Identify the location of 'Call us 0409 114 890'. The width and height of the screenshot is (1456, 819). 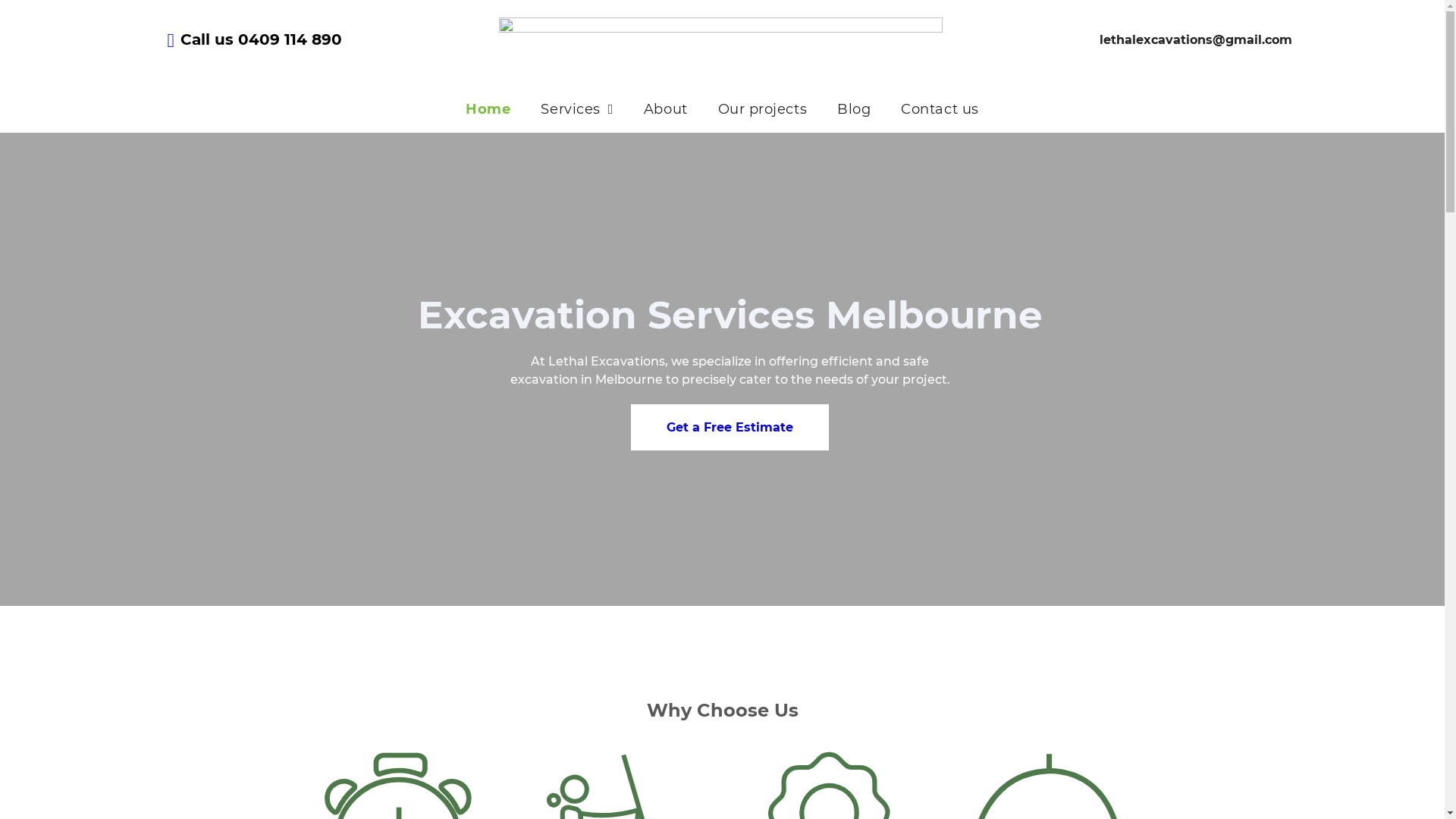
(261, 38).